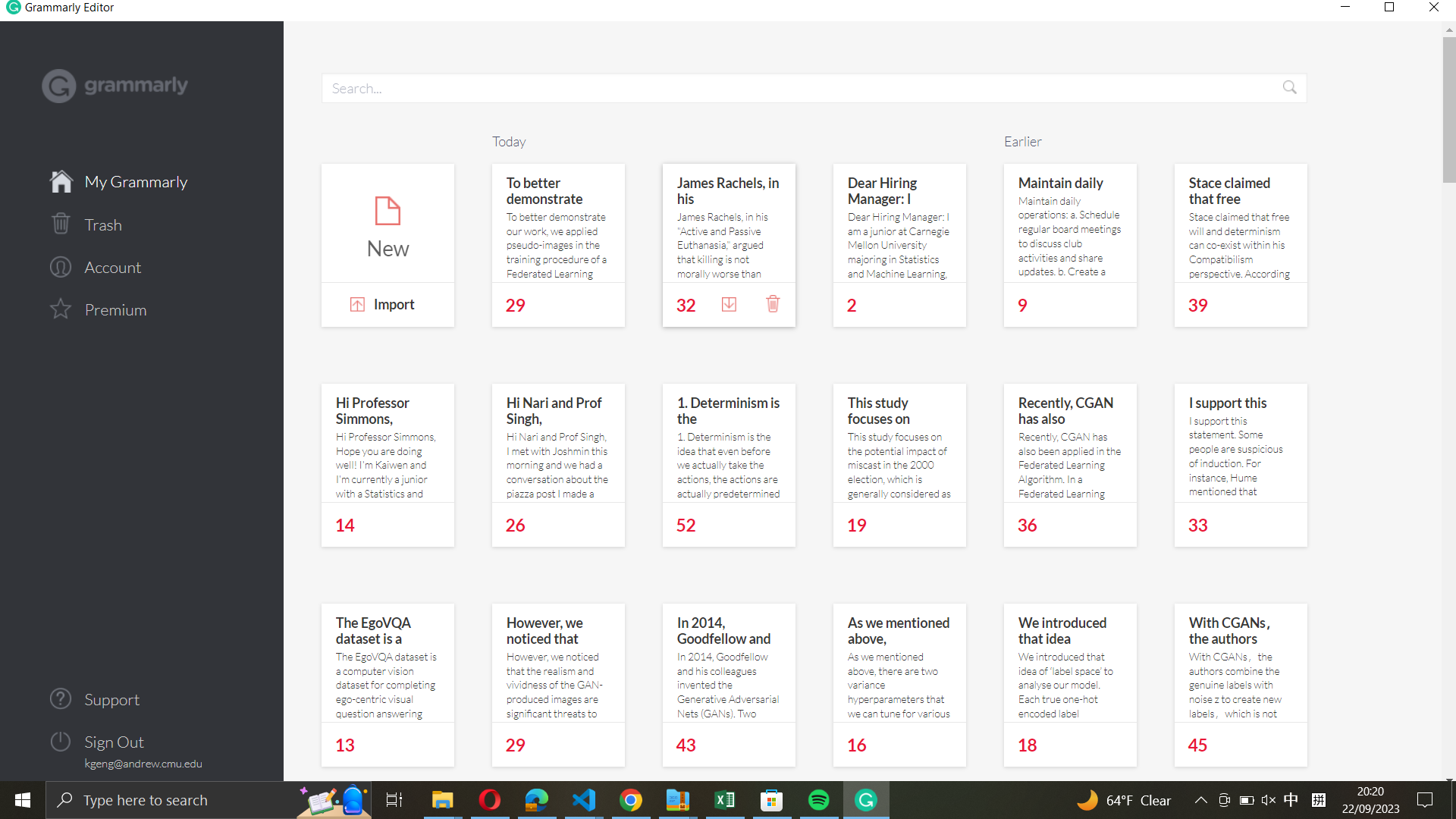 This screenshot has height=819, width=1456. What do you see at coordinates (557, 222) in the screenshot?
I see `the "Note Better Demonstrate" document` at bounding box center [557, 222].